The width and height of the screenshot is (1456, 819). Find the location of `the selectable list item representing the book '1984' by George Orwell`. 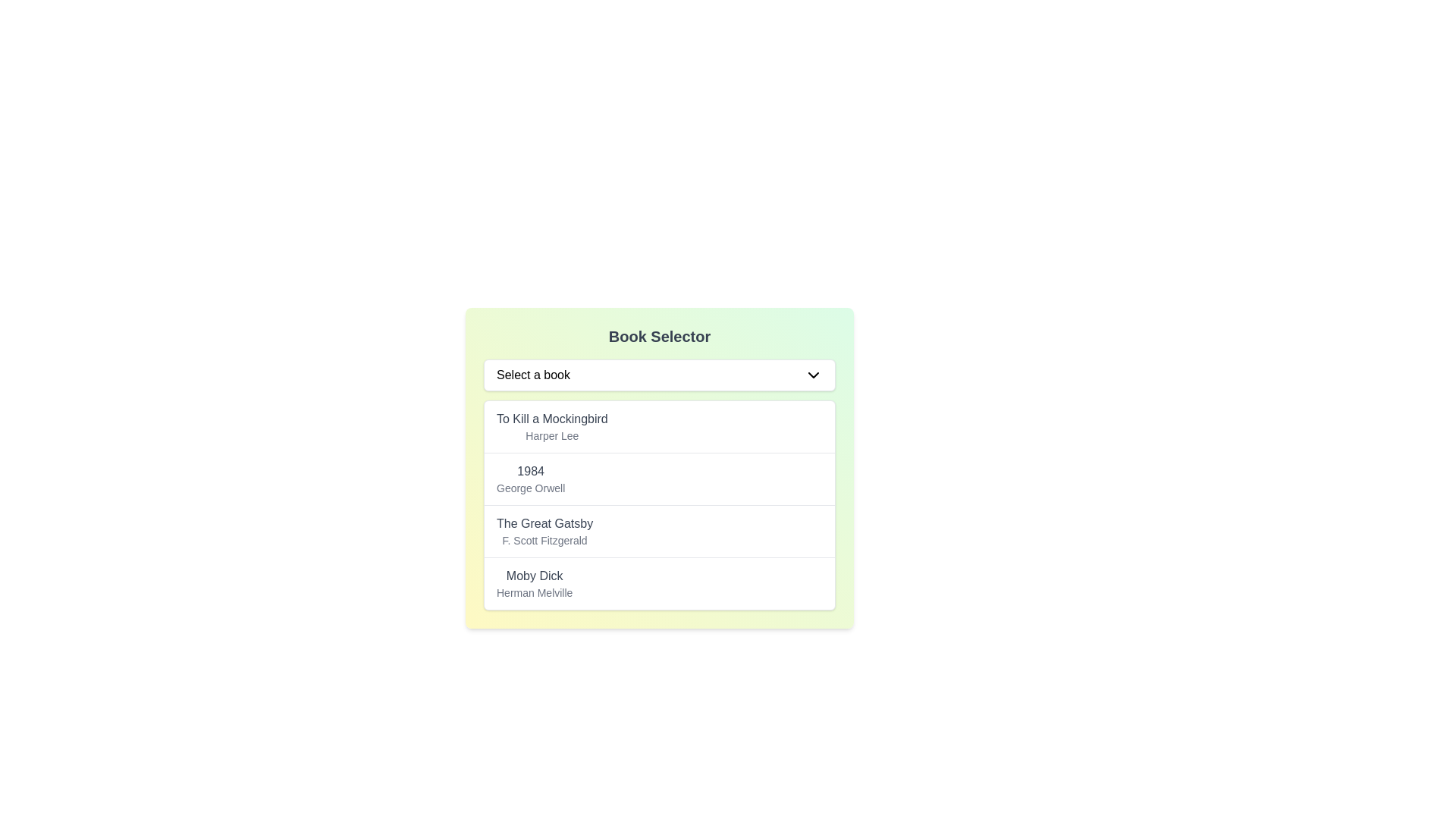

the selectable list item representing the book '1984' by George Orwell is located at coordinates (659, 479).